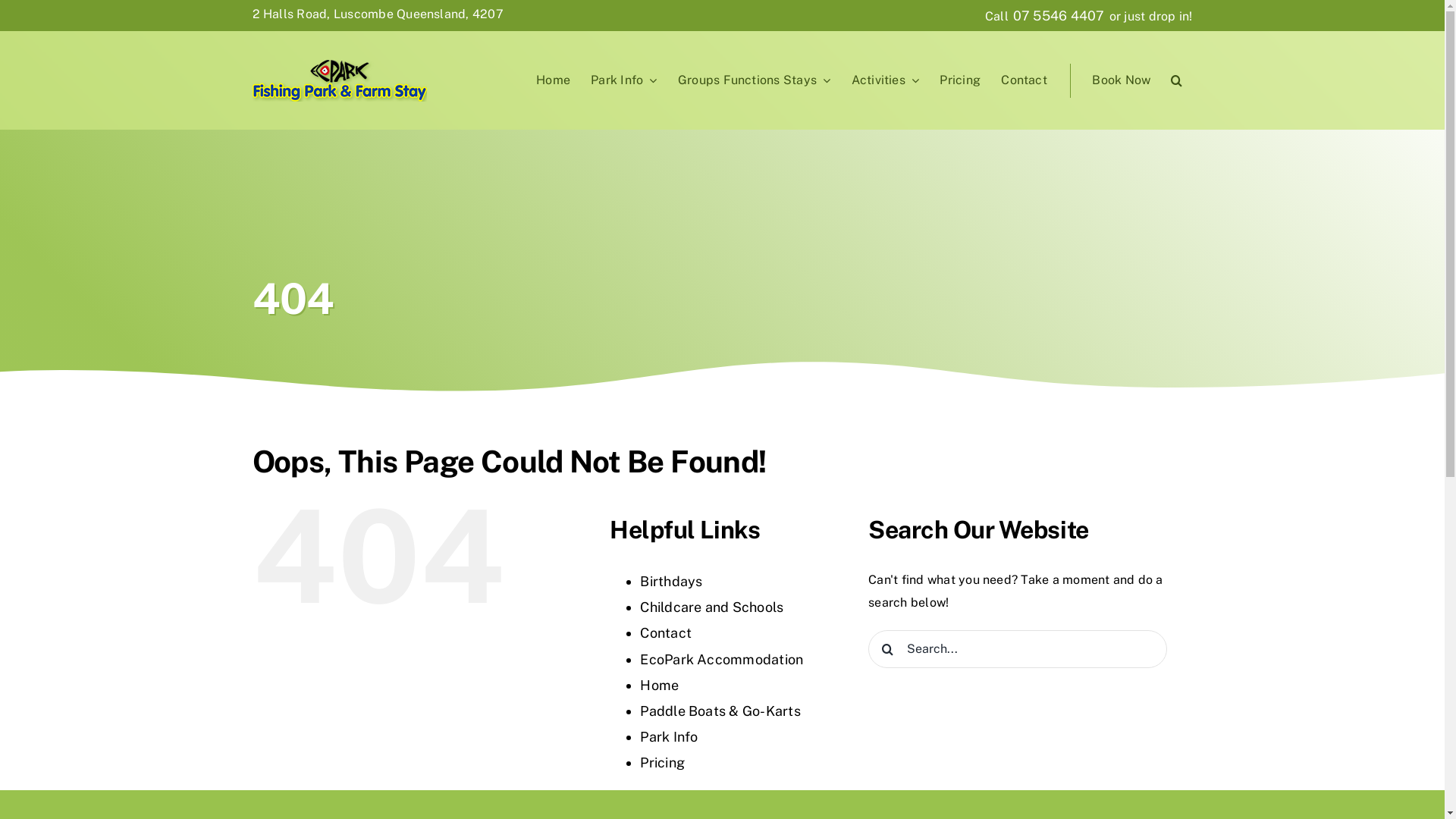  I want to click on 'Park Info', so click(623, 80).